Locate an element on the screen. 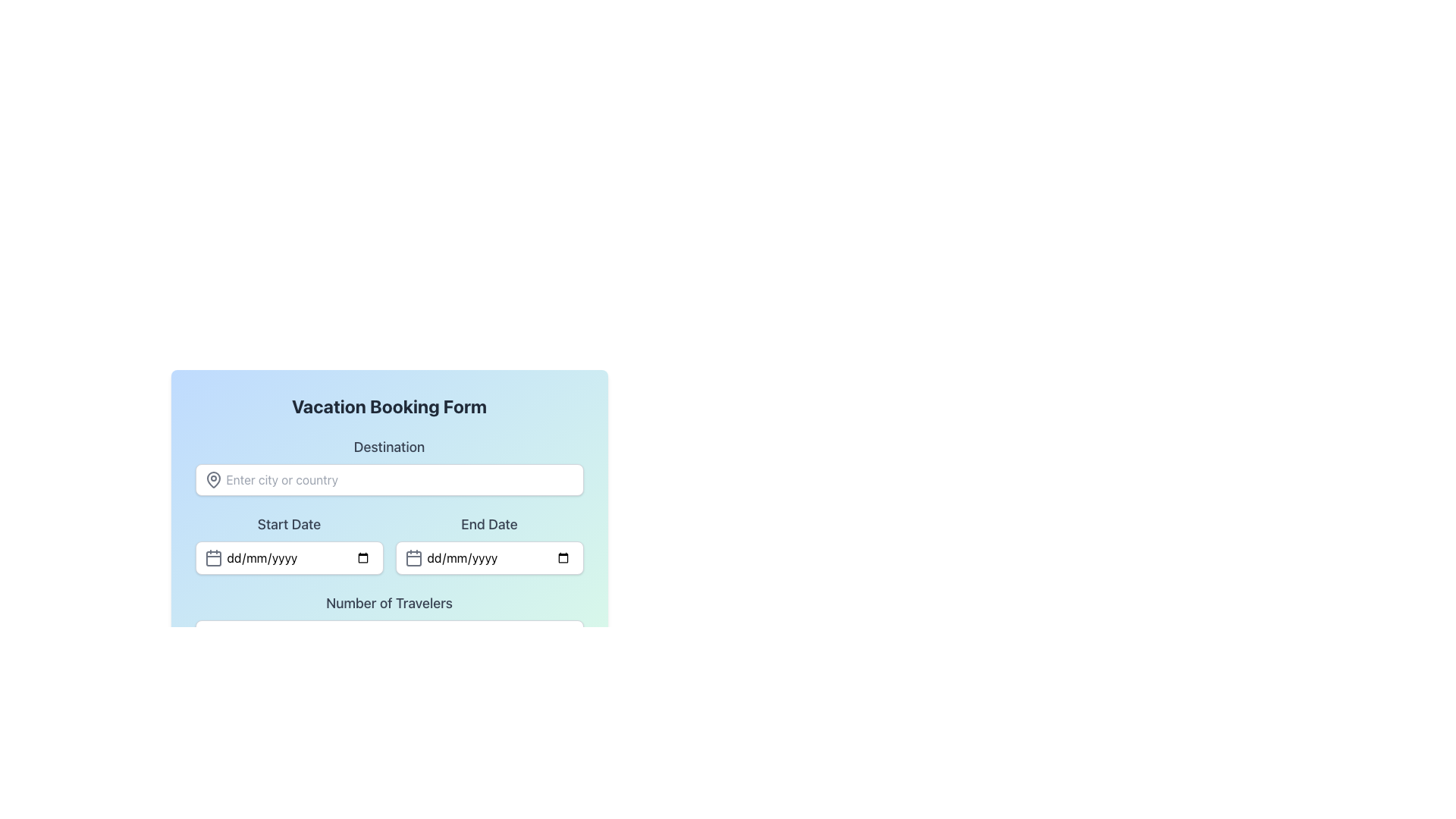 The image size is (1456, 819). the calendar icon located to the left of the 'Start Date' input field in the Date input form group is located at coordinates (389, 543).